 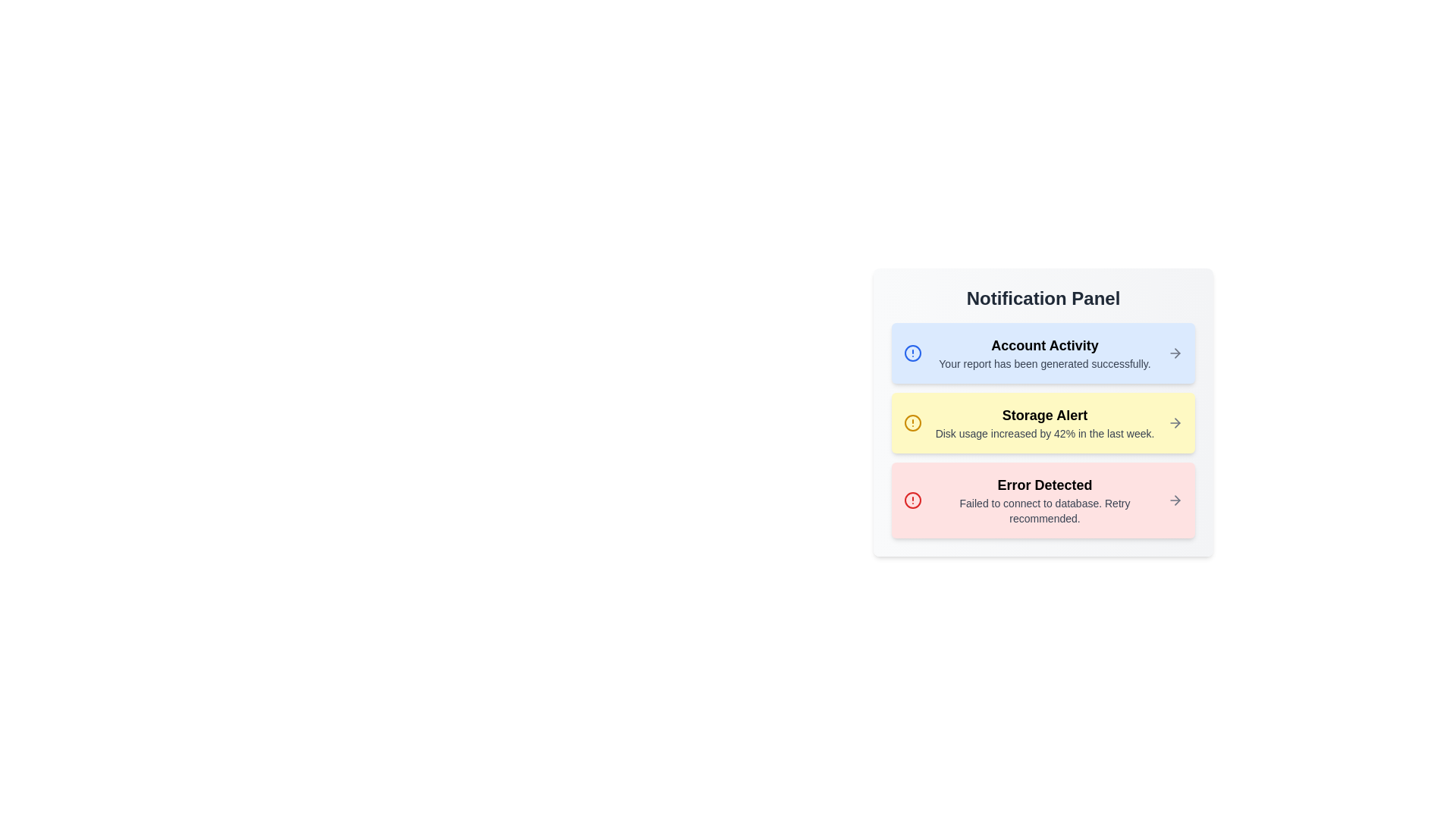 I want to click on the notification icon corresponding to Error Detected, so click(x=912, y=500).